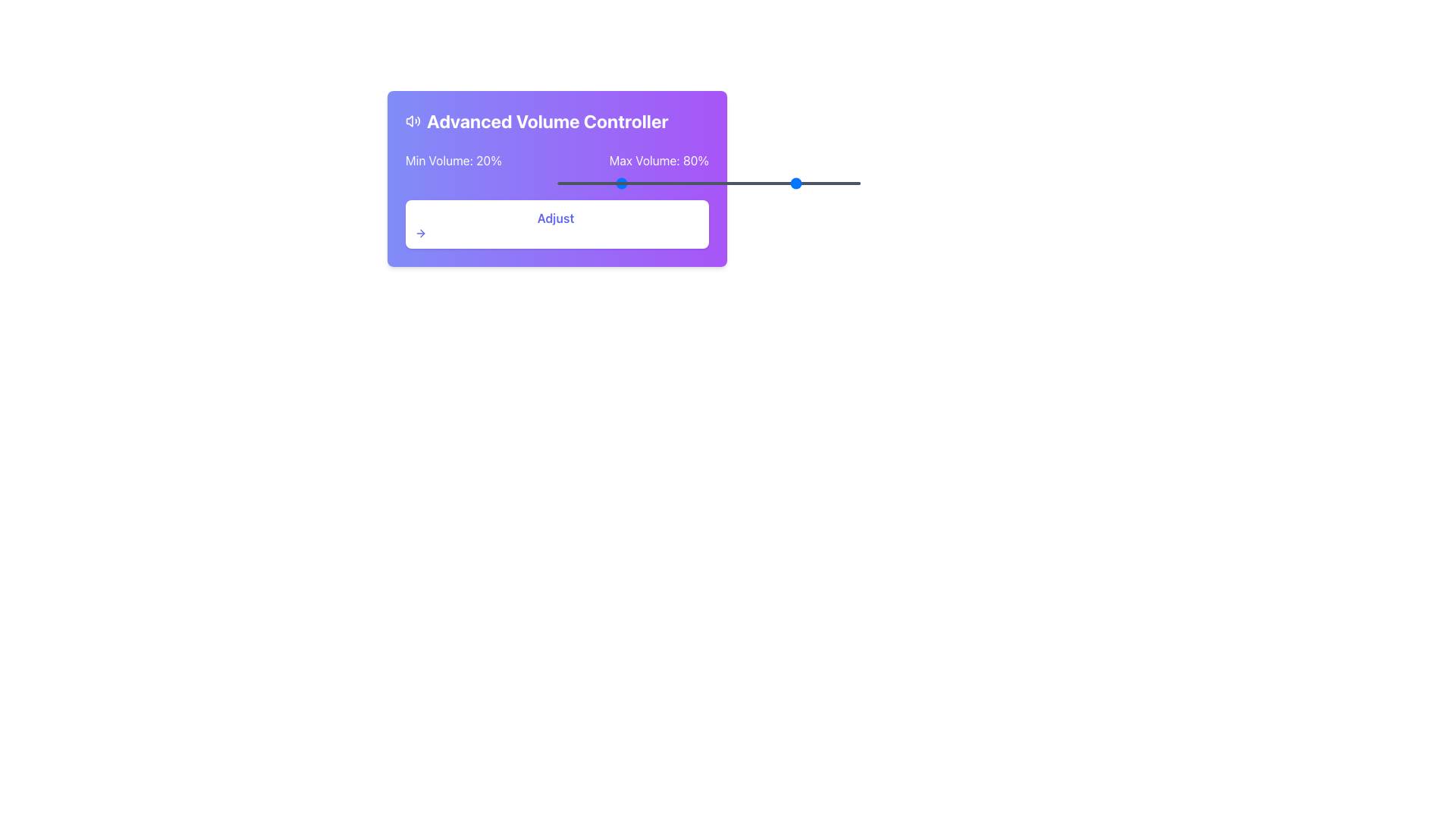 The height and width of the screenshot is (819, 1456). Describe the element at coordinates (586, 183) in the screenshot. I see `the slider` at that location.